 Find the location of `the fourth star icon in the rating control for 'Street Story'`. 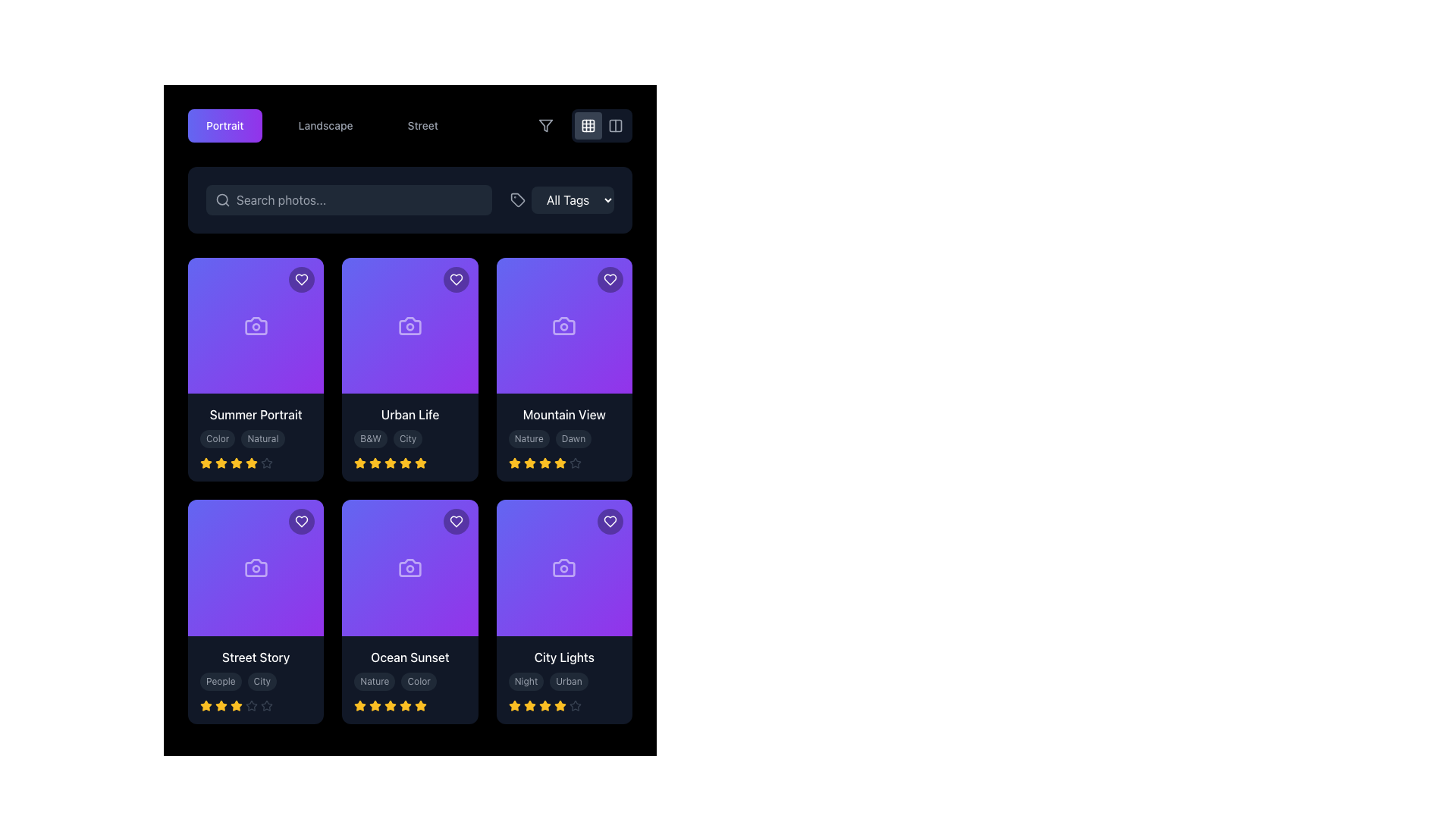

the fourth star icon in the rating control for 'Street Story' is located at coordinates (236, 704).